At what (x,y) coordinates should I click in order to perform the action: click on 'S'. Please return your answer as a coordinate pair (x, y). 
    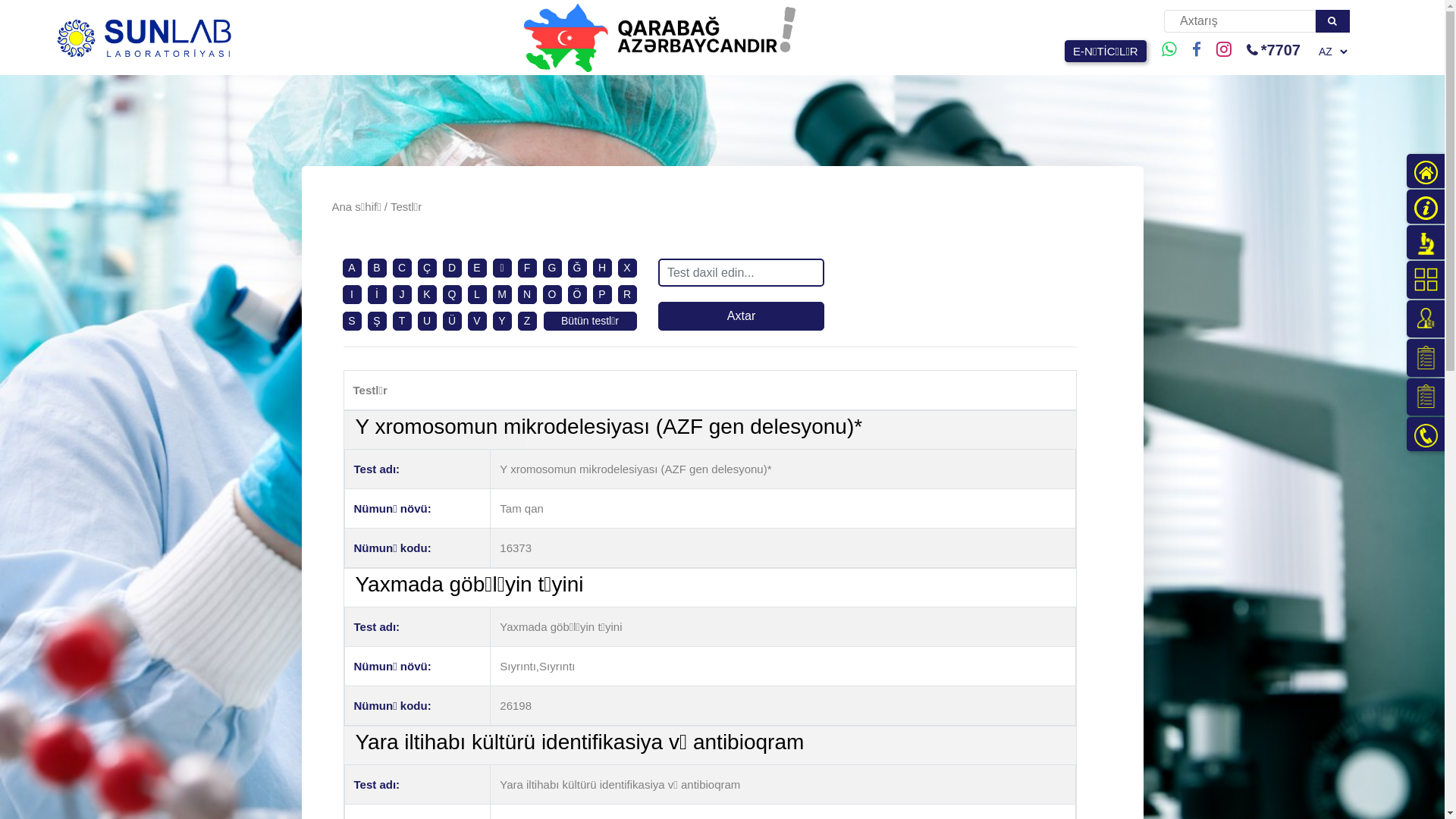
    Looking at the image, I should click on (350, 320).